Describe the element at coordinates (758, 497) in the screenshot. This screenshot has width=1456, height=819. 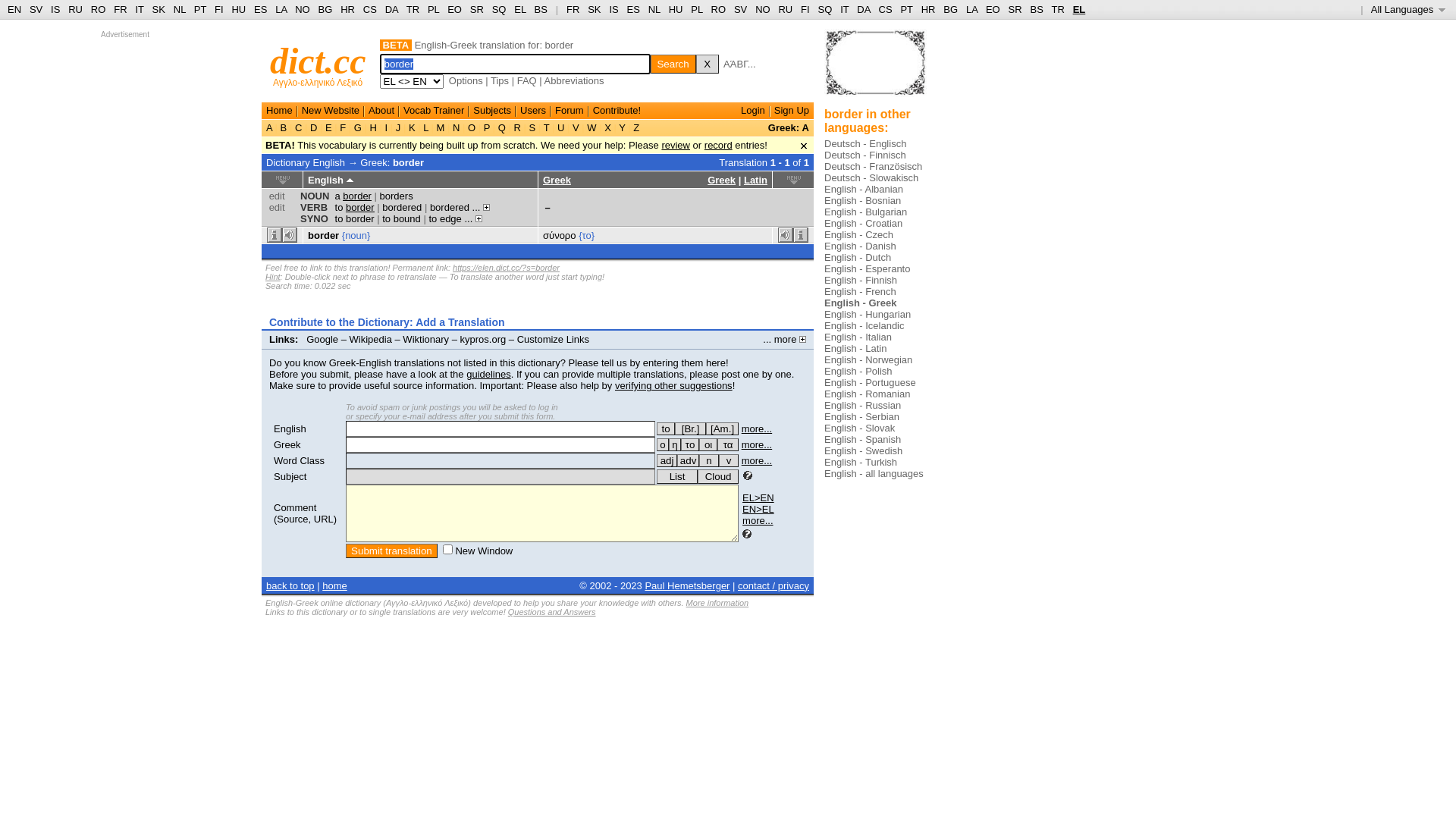
I see `'EL>EN'` at that location.